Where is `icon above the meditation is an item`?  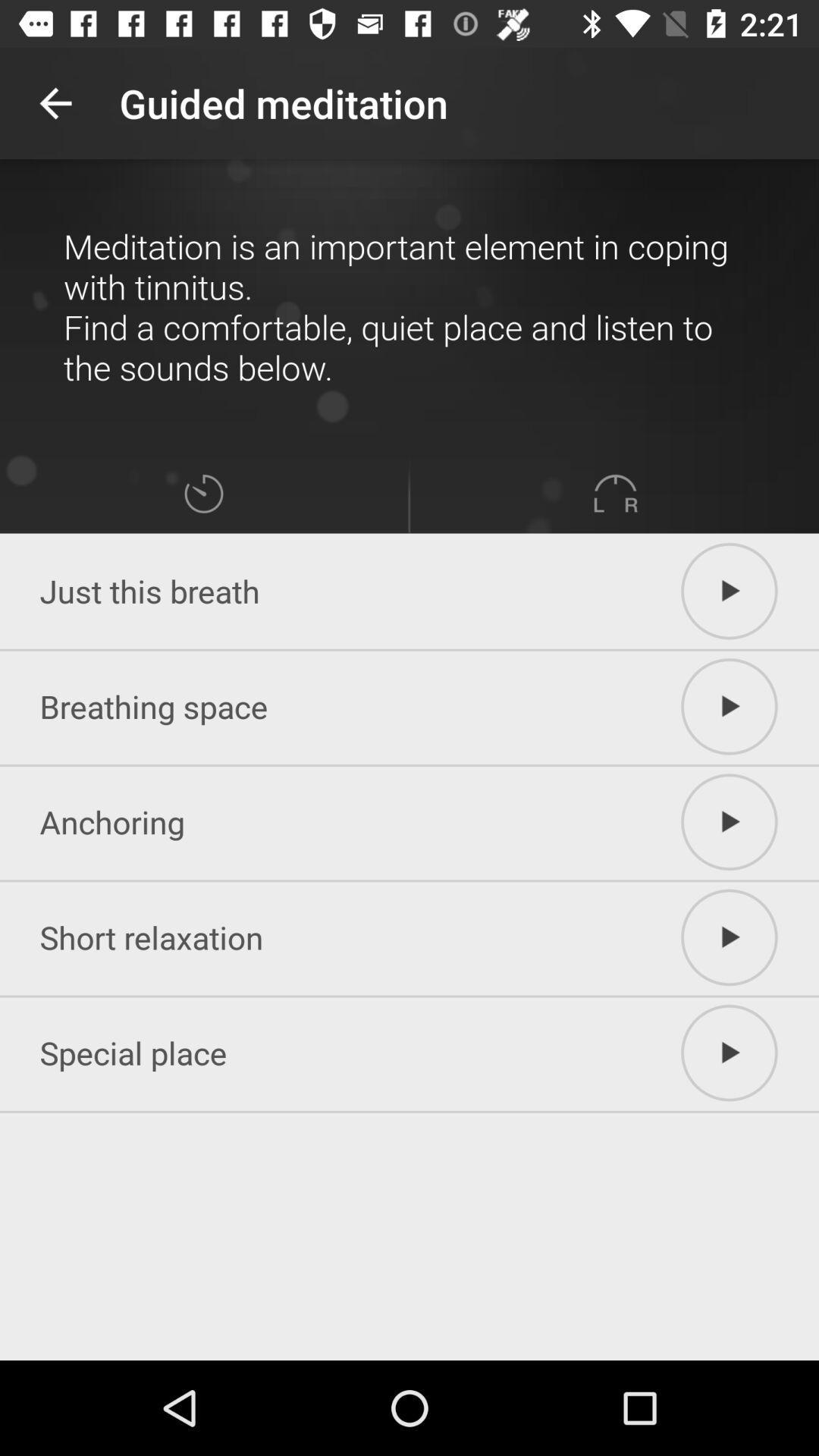 icon above the meditation is an item is located at coordinates (55, 102).